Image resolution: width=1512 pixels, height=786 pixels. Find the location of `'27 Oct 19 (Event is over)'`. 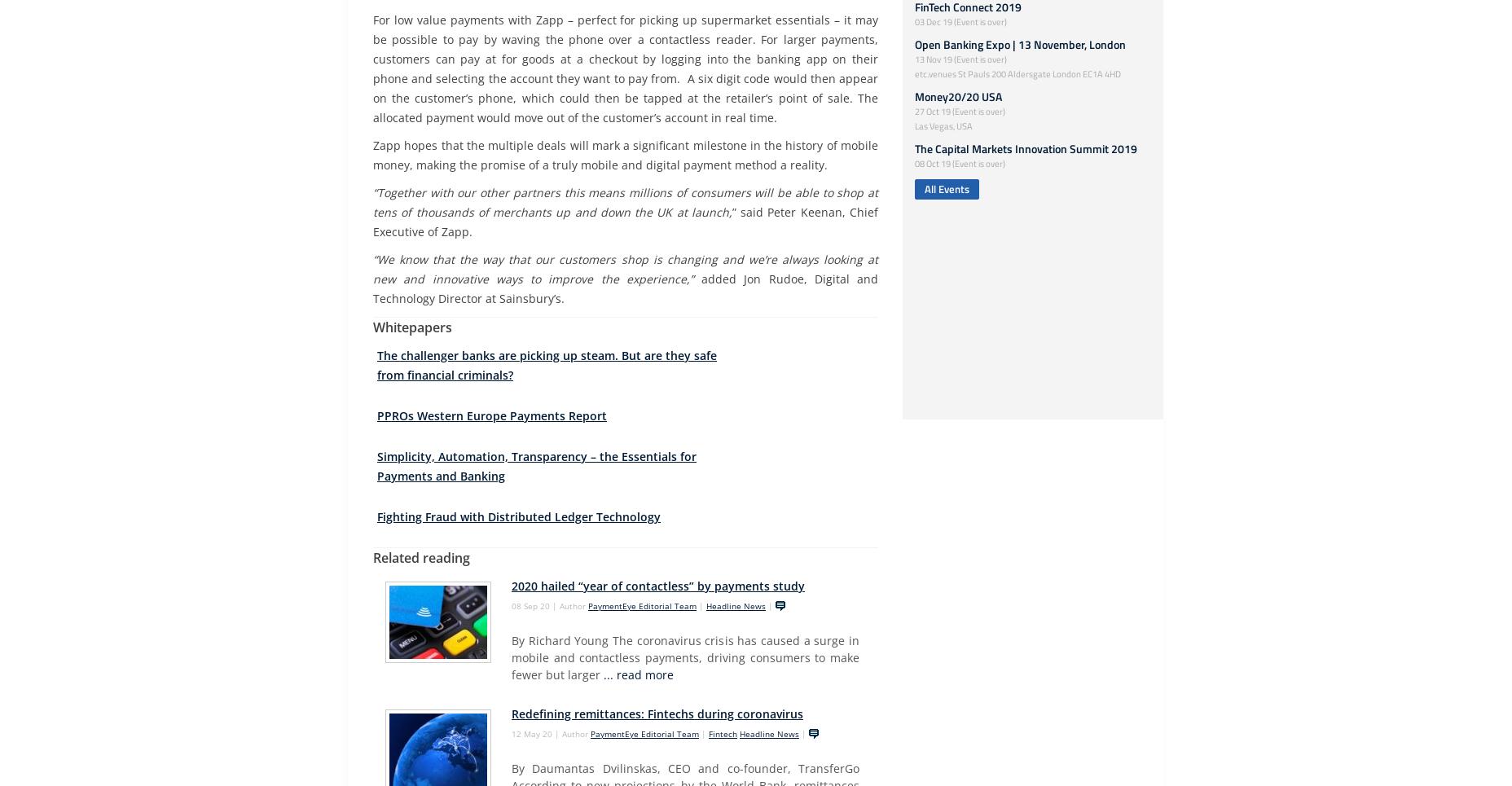

'27 Oct 19 (Event is over)' is located at coordinates (959, 112).